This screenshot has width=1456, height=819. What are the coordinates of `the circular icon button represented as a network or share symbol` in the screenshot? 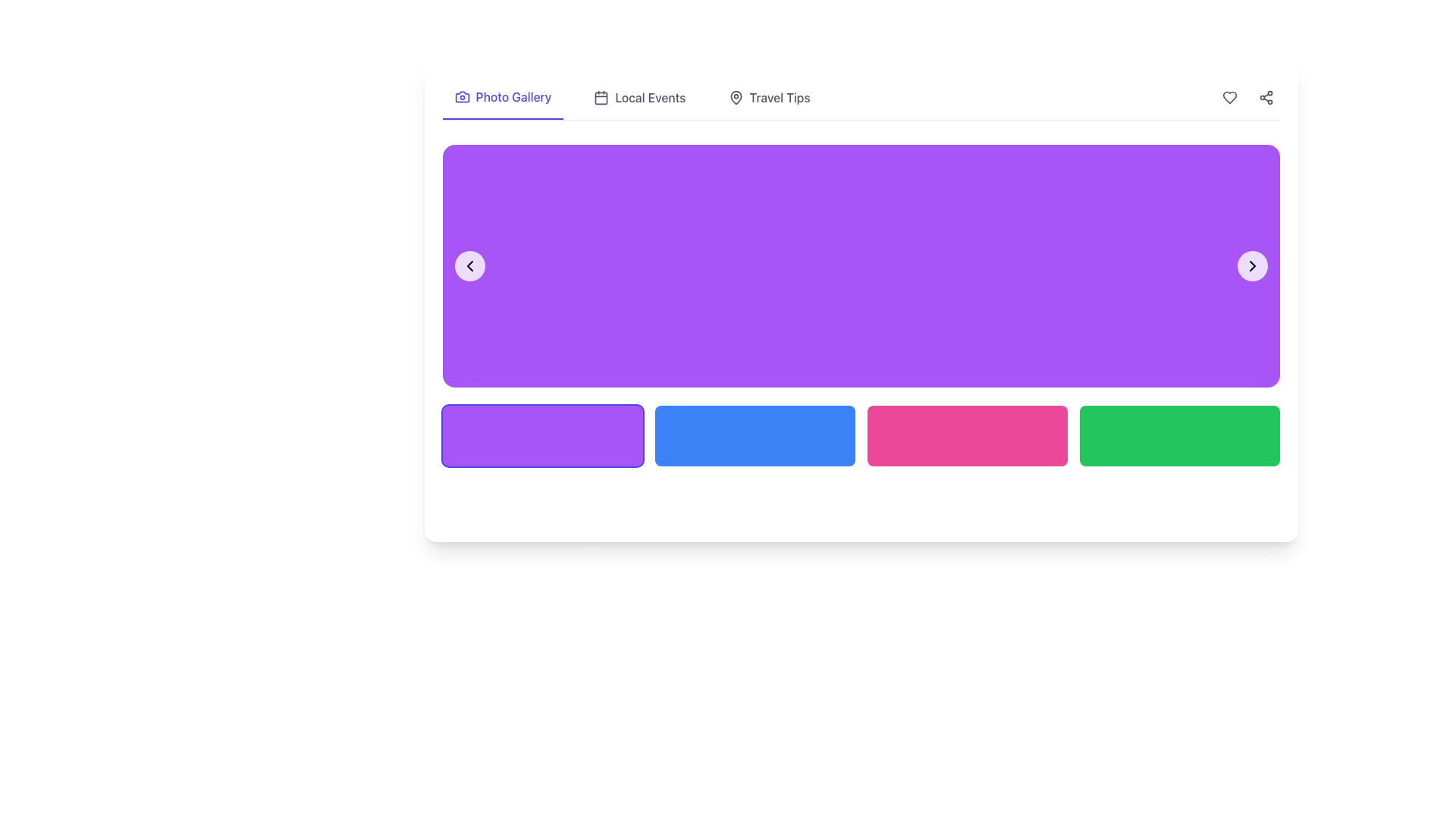 It's located at (1266, 97).